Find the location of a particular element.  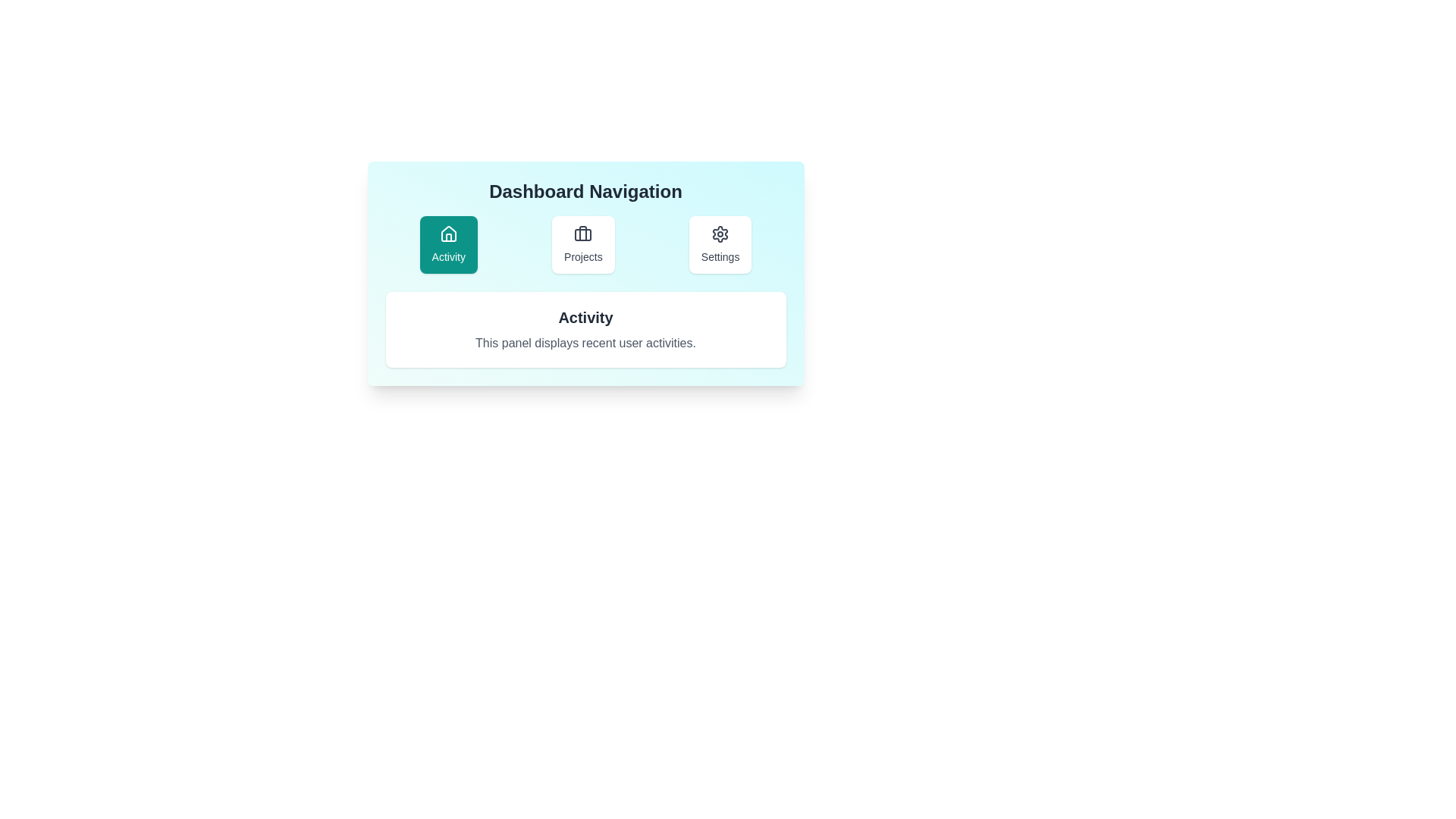

the 'Activity' label, which is positioned below the house icon in the navigation menu on the left side of the interface is located at coordinates (447, 256).